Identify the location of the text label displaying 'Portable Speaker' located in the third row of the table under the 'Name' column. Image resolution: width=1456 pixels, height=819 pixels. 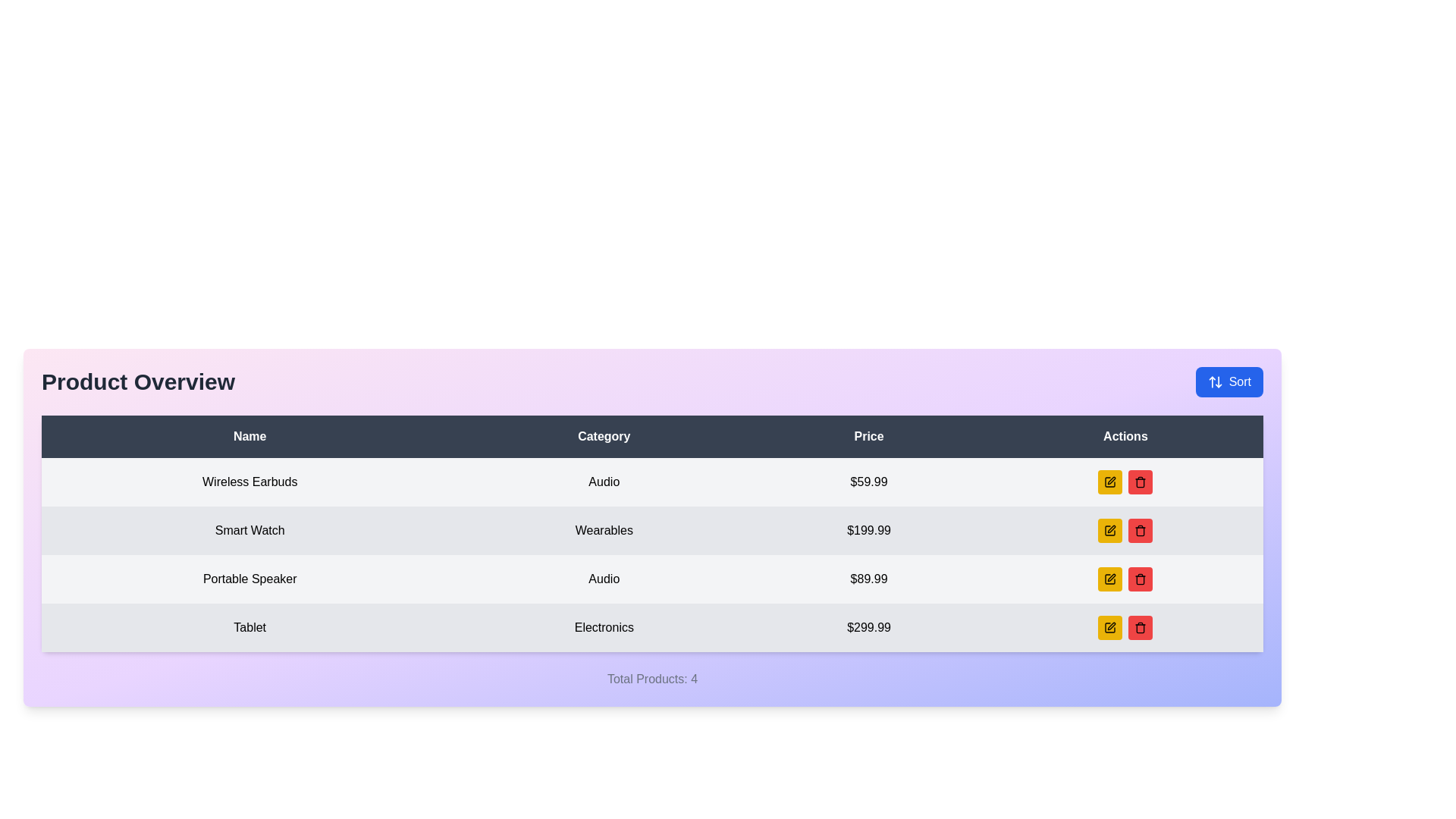
(249, 579).